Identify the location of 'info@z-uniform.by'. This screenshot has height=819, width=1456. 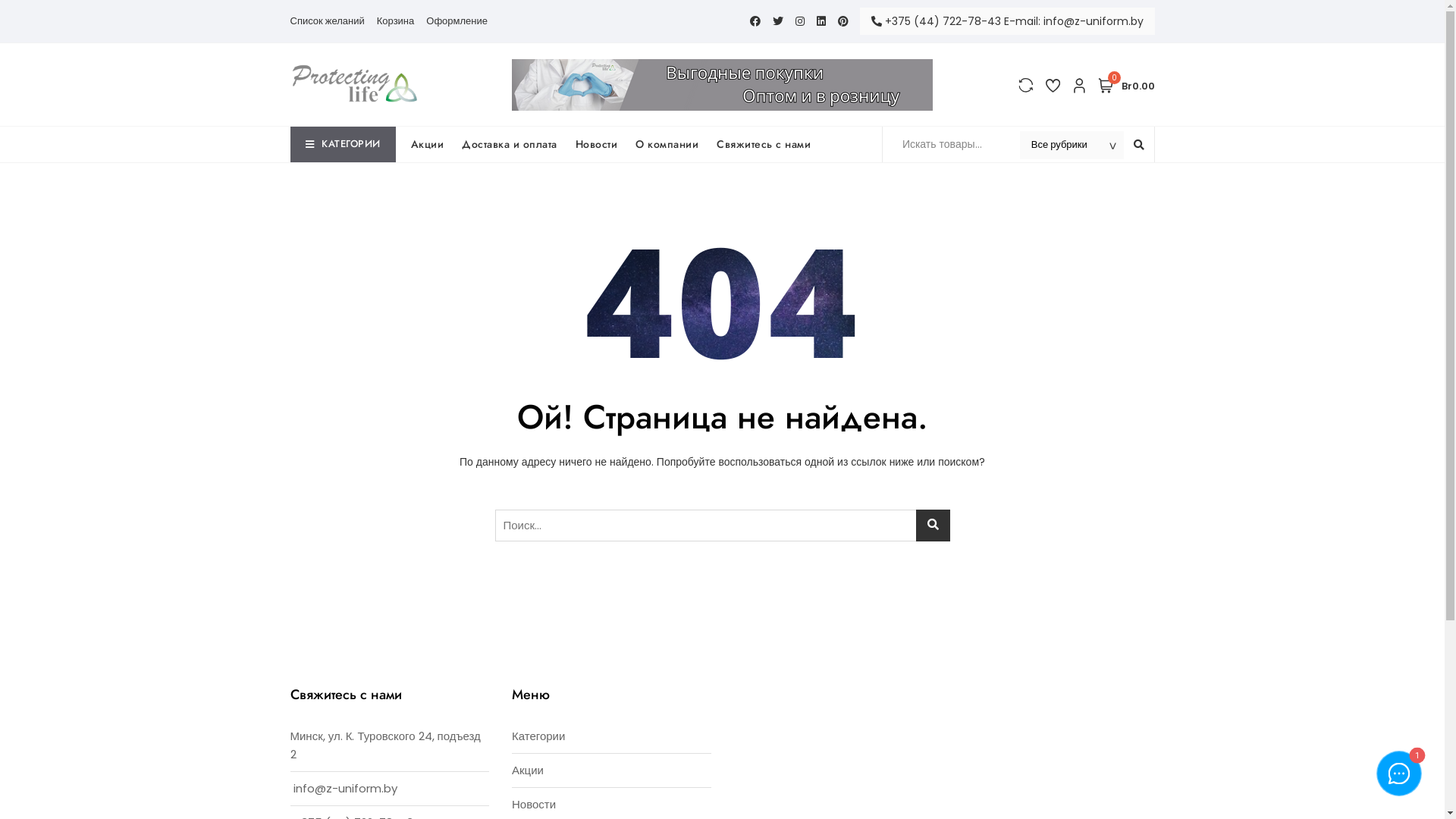
(344, 787).